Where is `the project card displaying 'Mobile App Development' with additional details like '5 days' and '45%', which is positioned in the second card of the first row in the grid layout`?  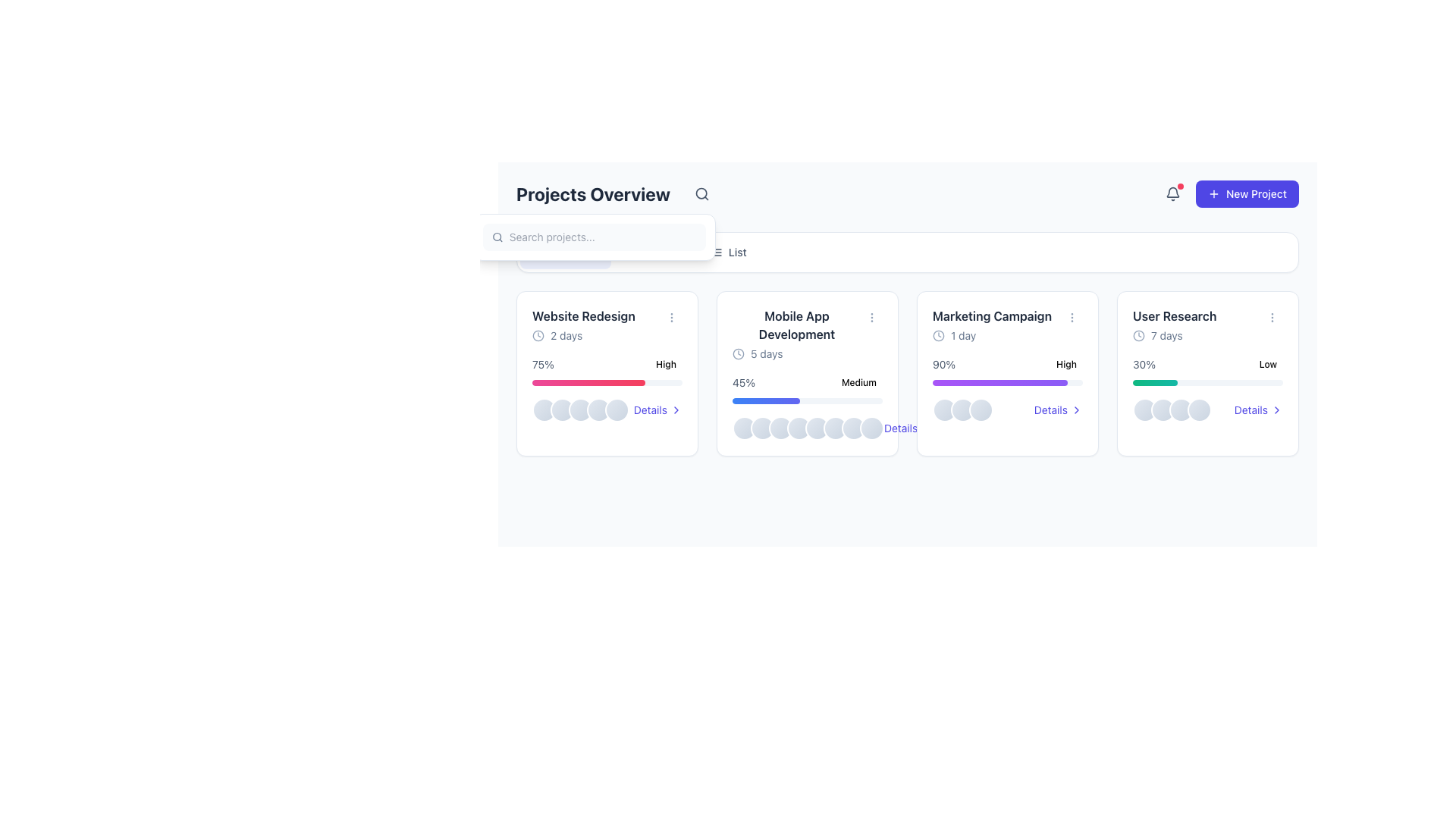
the project card displaying 'Mobile App Development' with additional details like '5 days' and '45%', which is positioned in the second card of the first row in the grid layout is located at coordinates (807, 374).